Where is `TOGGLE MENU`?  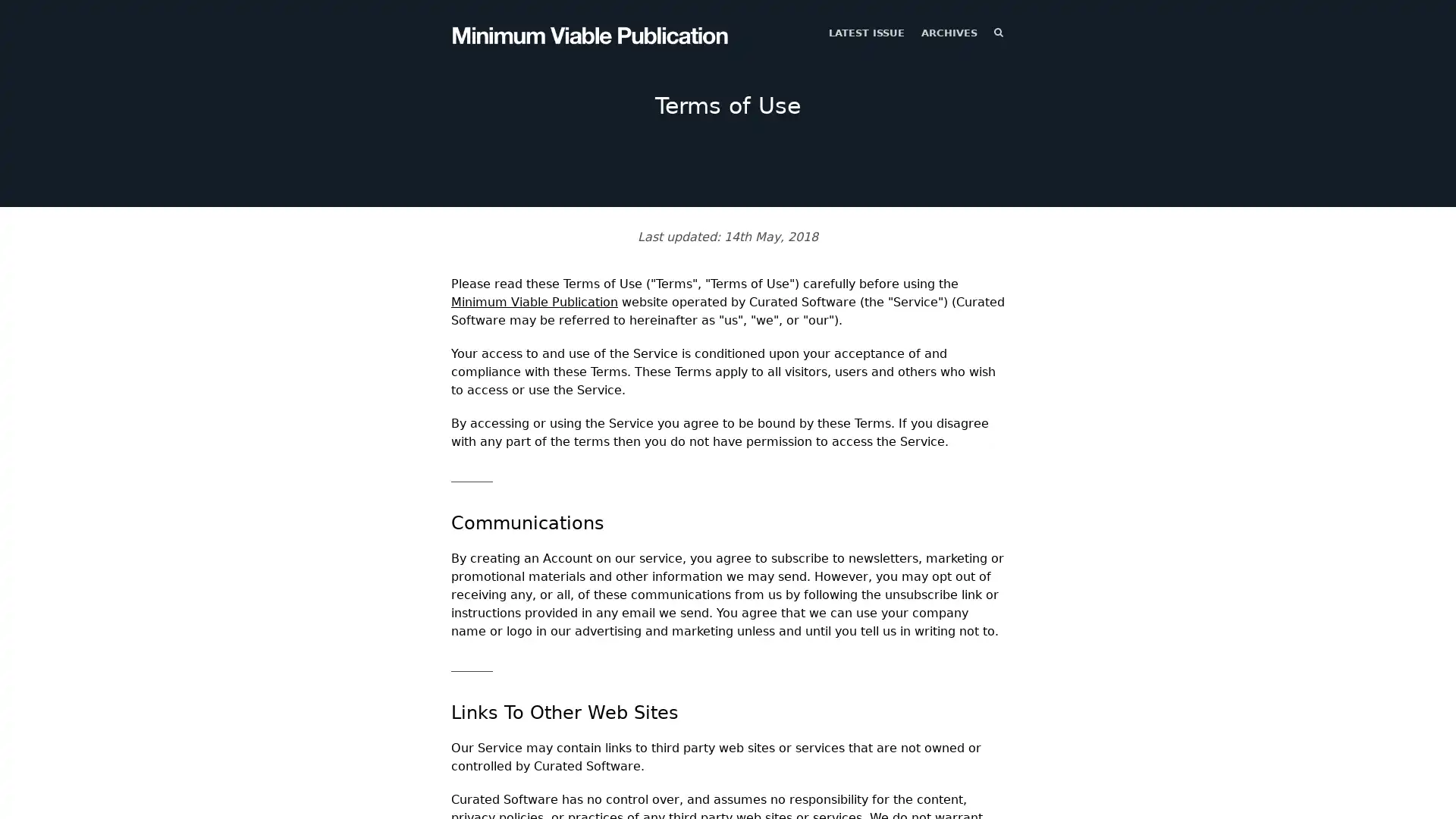
TOGGLE MENU is located at coordinates (453, 3).